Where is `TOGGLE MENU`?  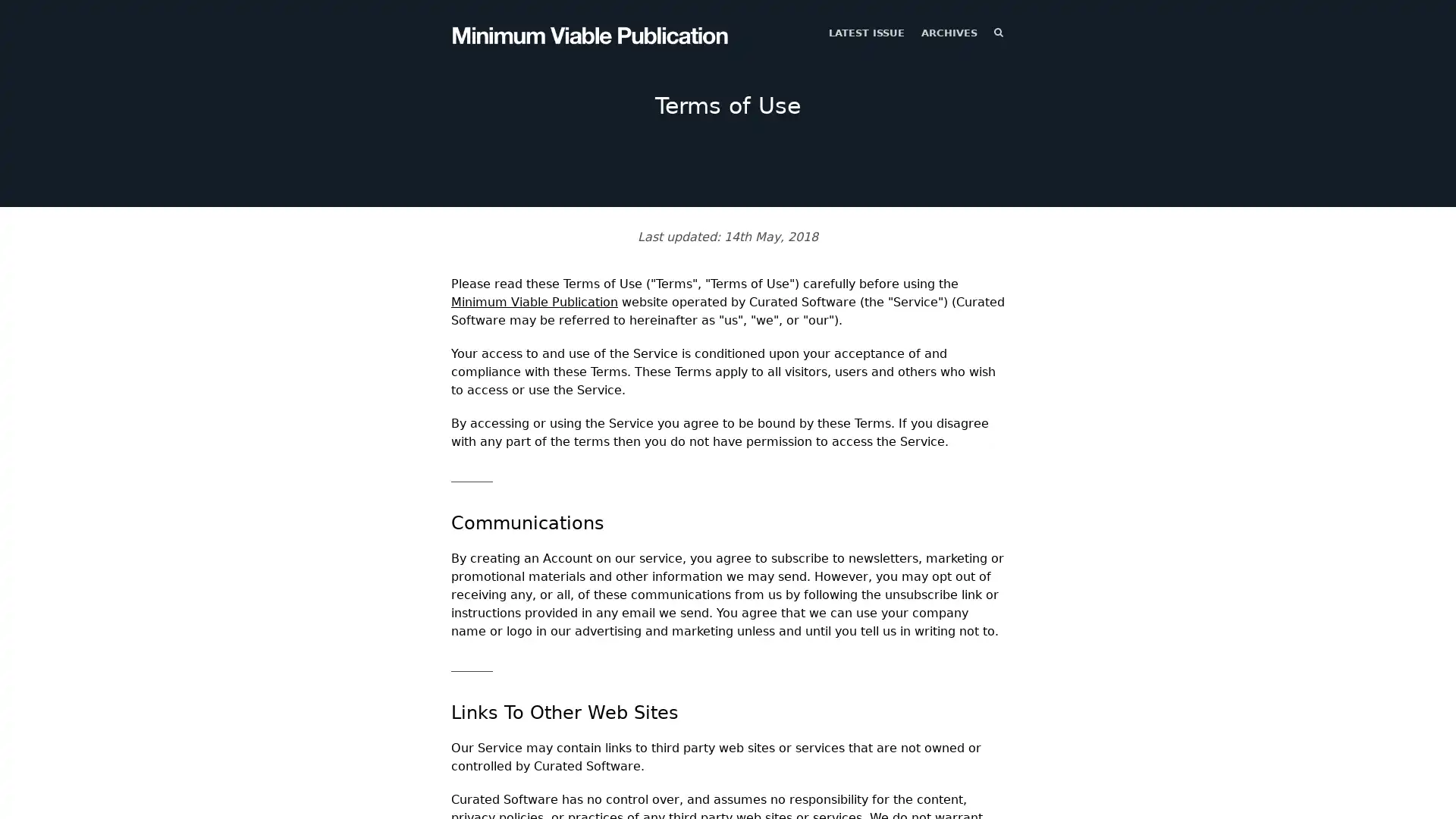
TOGGLE MENU is located at coordinates (453, 3).